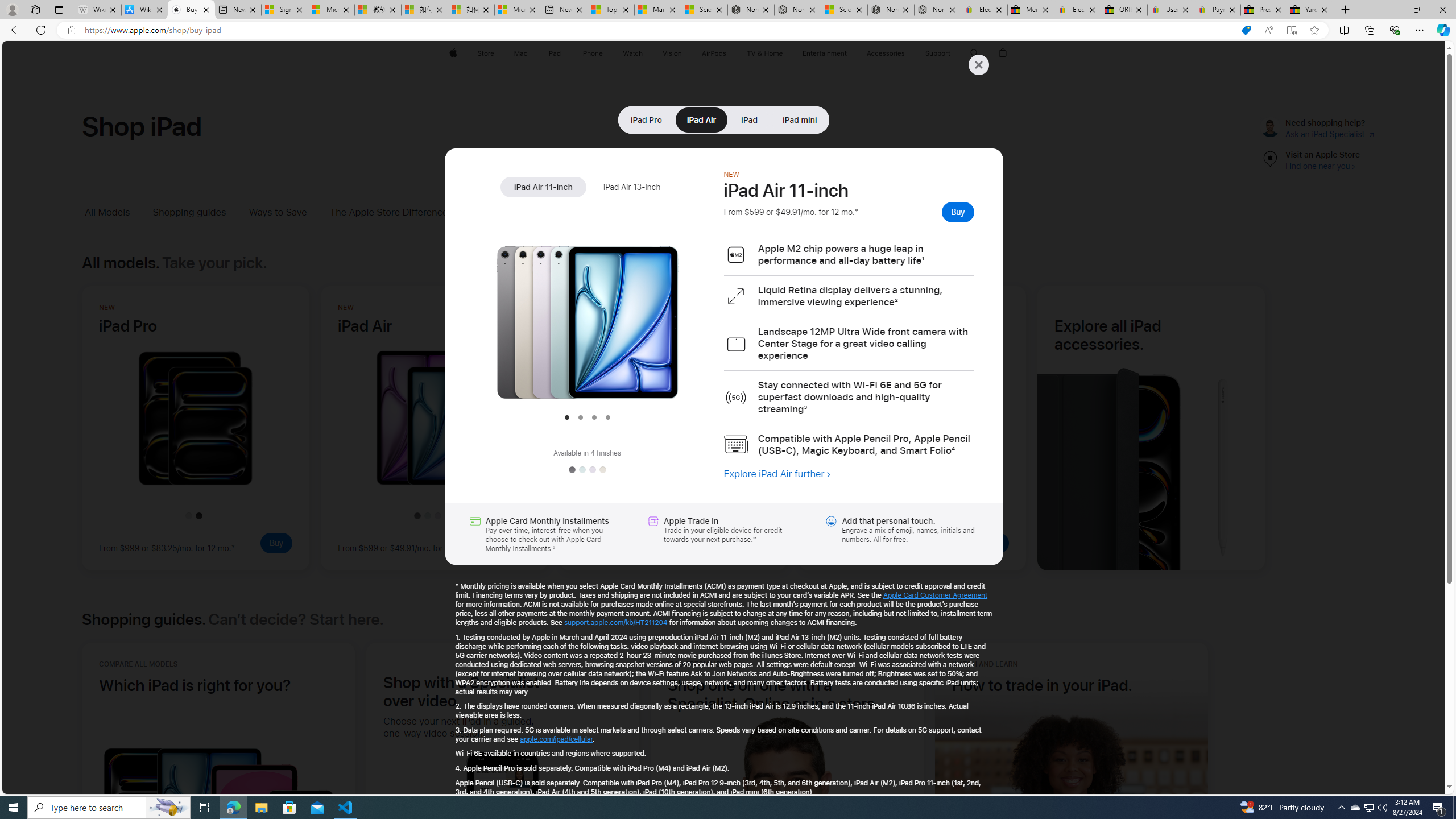 This screenshot has width=1456, height=819. What do you see at coordinates (656, 9) in the screenshot?
I see `'Marine life - MSN'` at bounding box center [656, 9].